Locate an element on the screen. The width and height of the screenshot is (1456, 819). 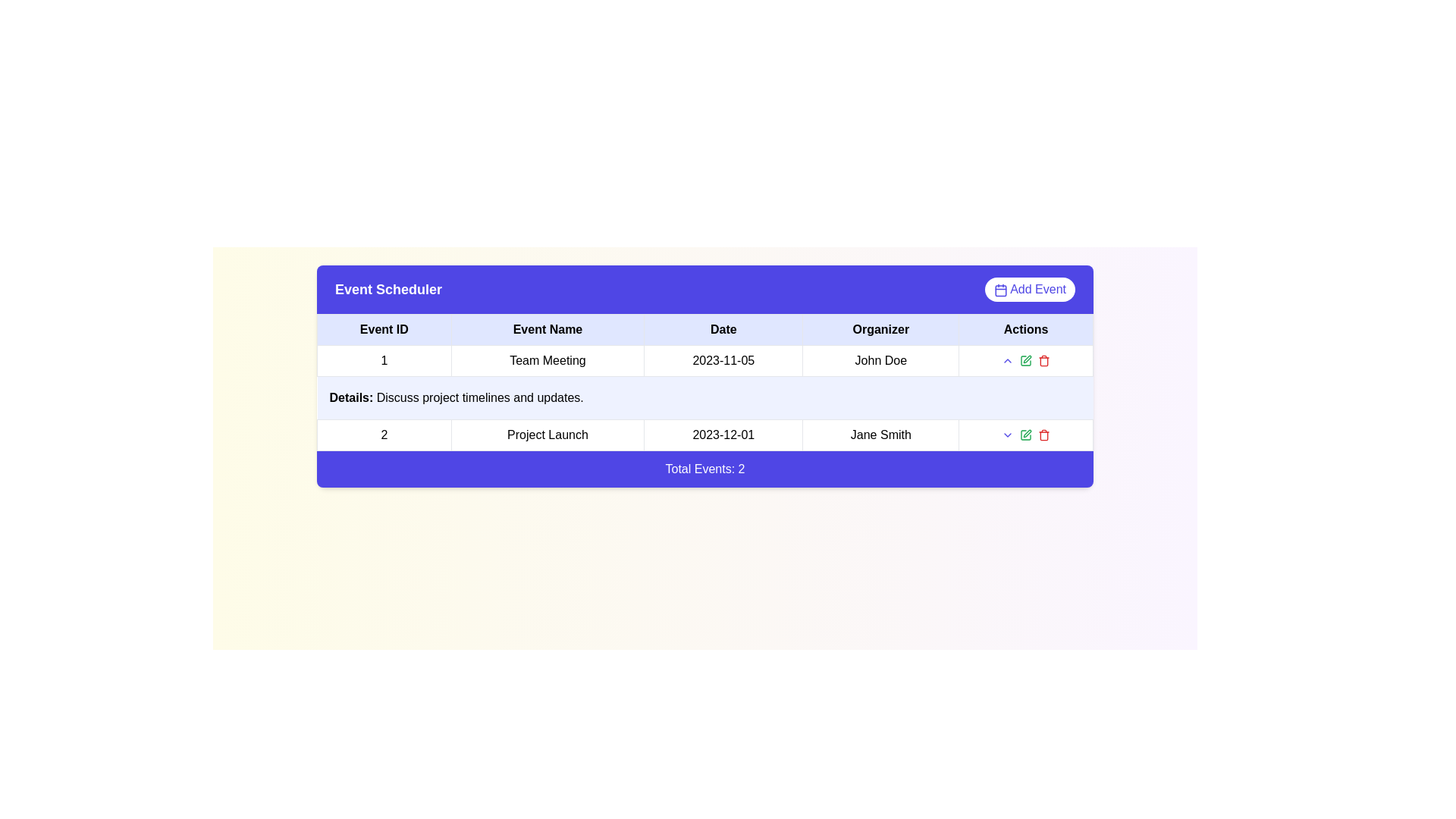
the informational text block that displays the total count of events in the table above, located at the bottom of the table structure is located at coordinates (704, 468).